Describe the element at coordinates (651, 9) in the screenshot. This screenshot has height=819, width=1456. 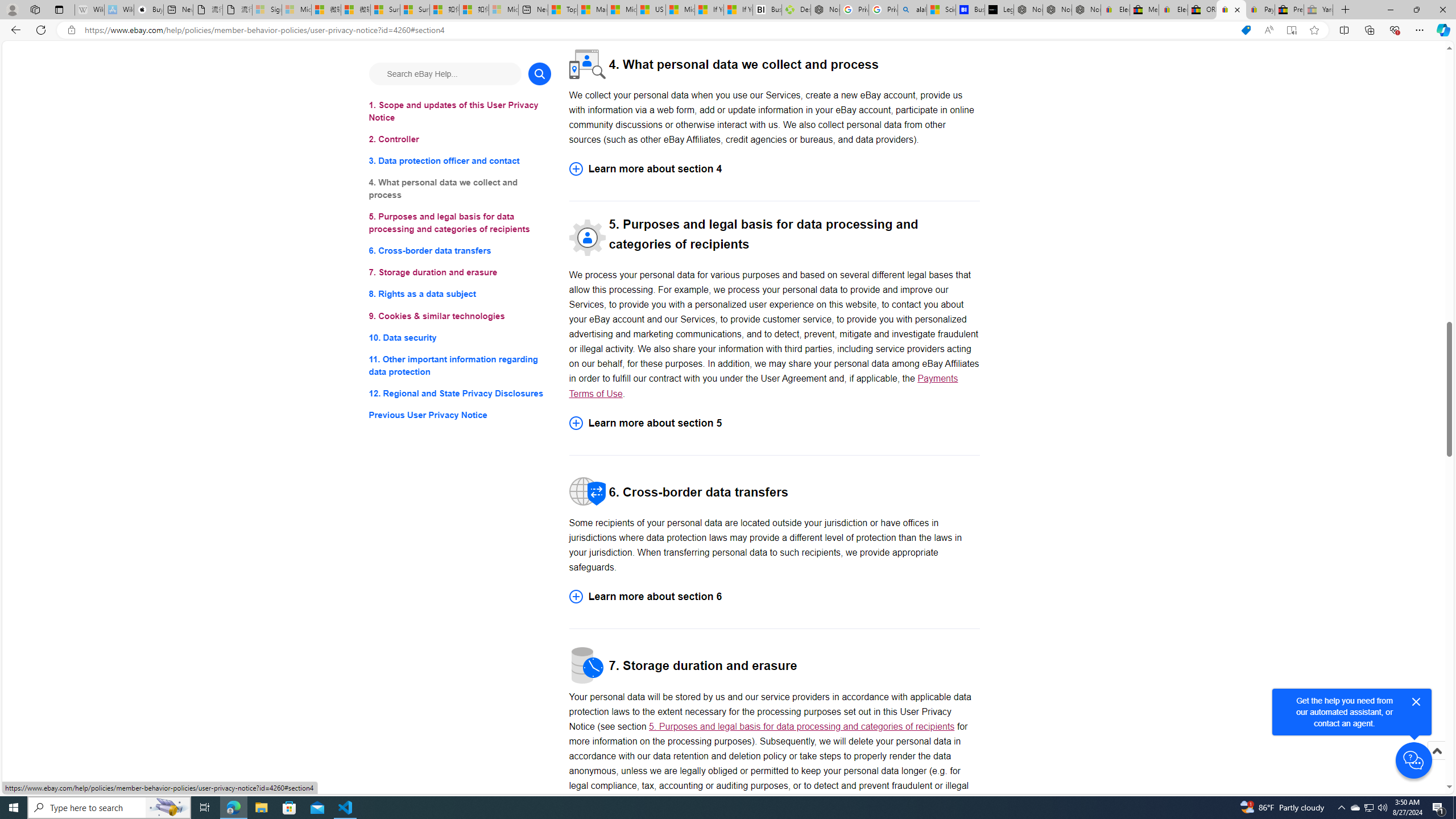
I see `'US Heat Deaths Soared To Record High Last Year'` at that location.